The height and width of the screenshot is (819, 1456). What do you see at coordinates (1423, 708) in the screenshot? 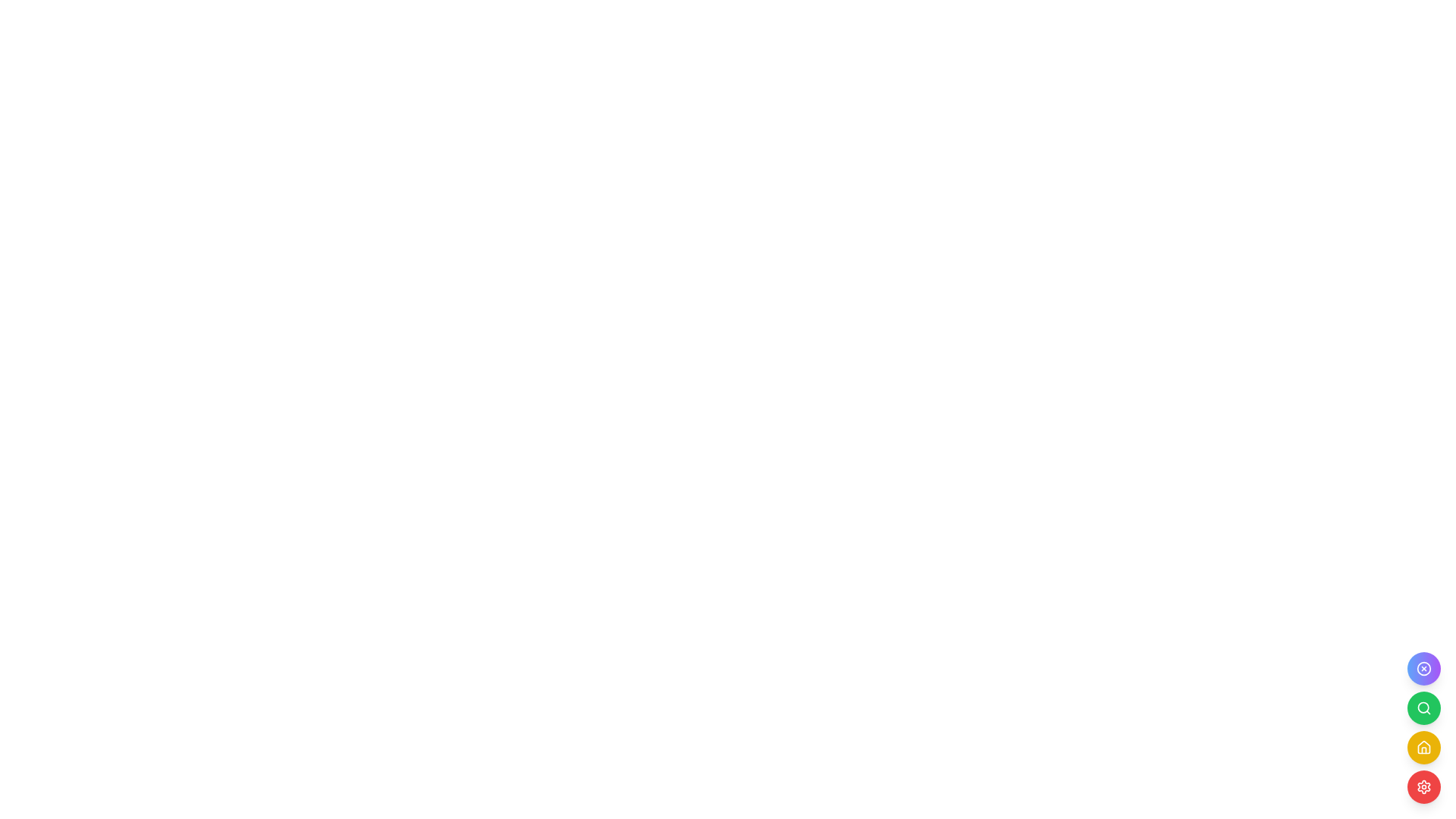
I see `the search icon button, which is the second circular button from the top in a vertical stack on the right side of the interface` at bounding box center [1423, 708].